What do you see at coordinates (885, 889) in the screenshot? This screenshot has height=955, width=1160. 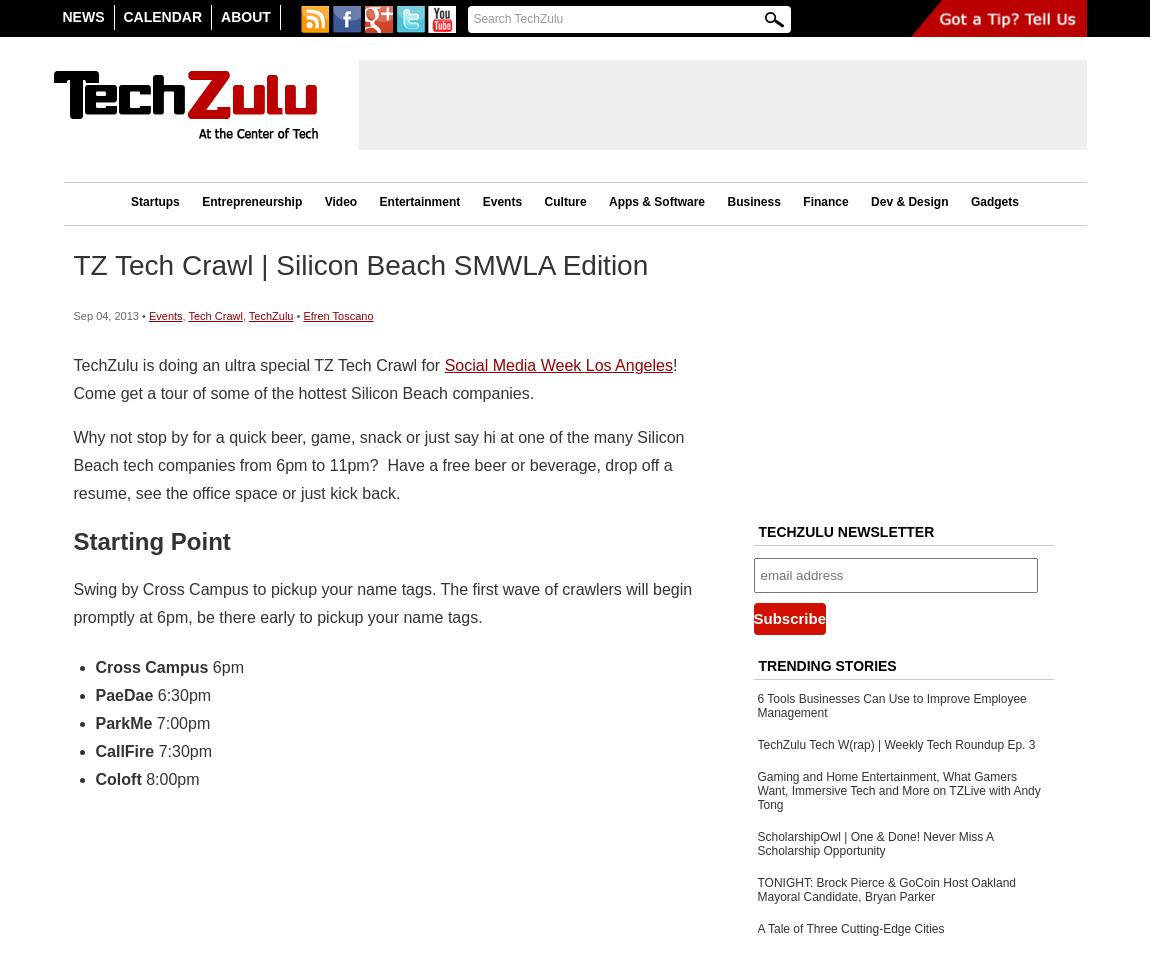 I see `'TONIGHT: Brock Pierce & GoCoin Host Oakland Mayoral Candidate, Bryan Parker'` at bounding box center [885, 889].